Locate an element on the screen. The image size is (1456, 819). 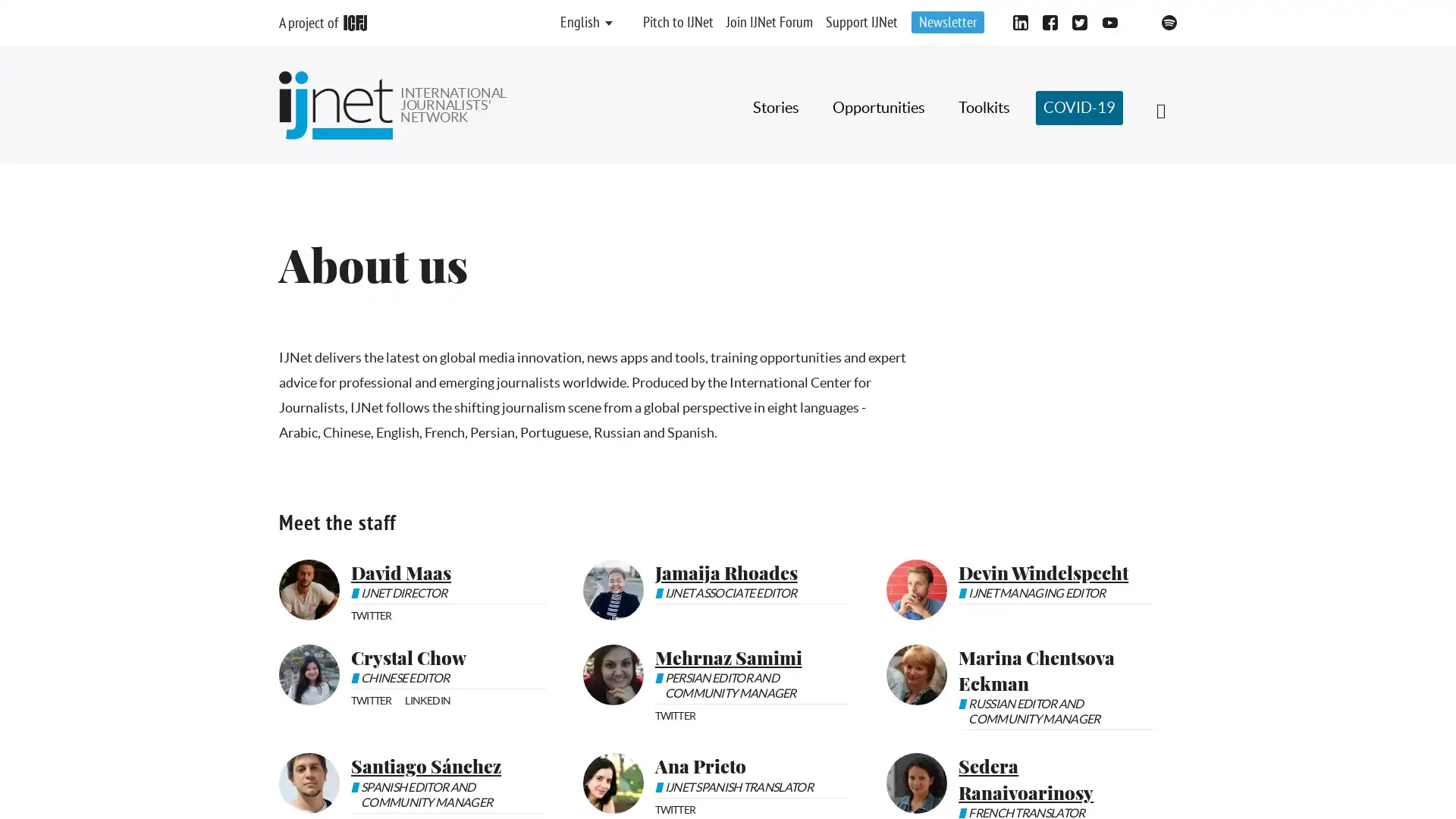
English is located at coordinates (579, 23).